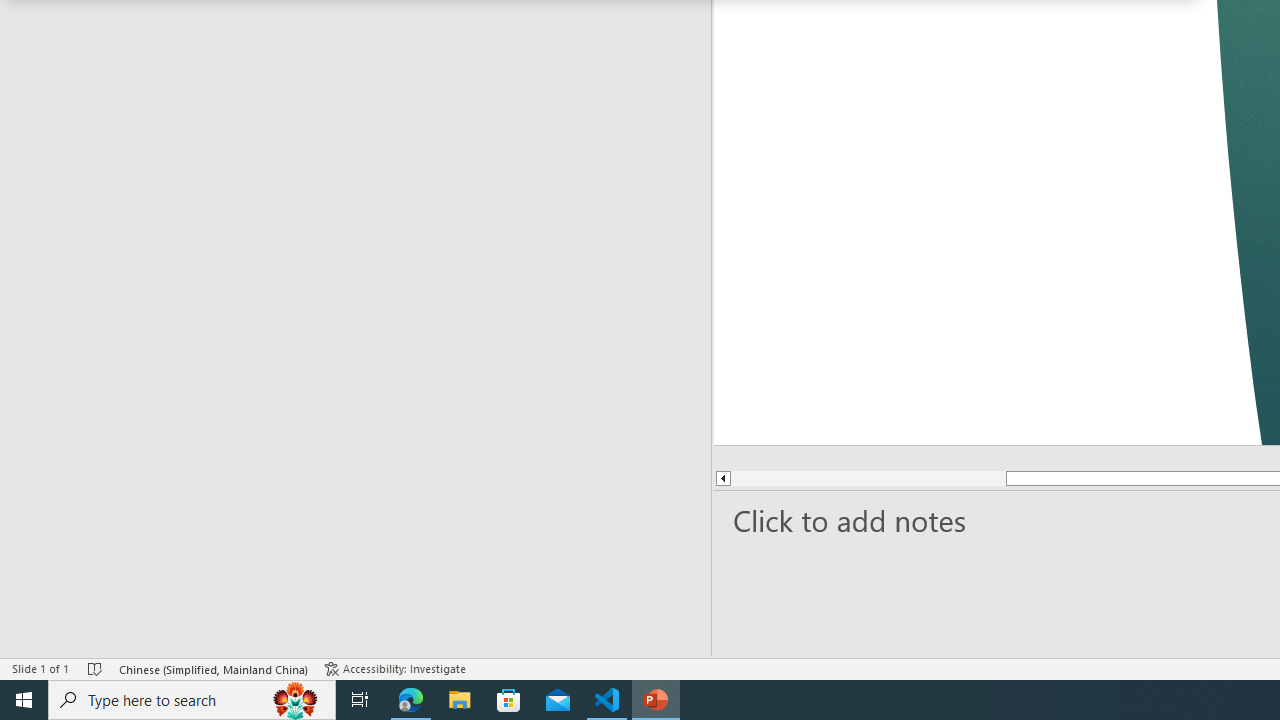 Image resolution: width=1280 pixels, height=720 pixels. Describe the element at coordinates (192, 698) in the screenshot. I see `'Type here to search'` at that location.